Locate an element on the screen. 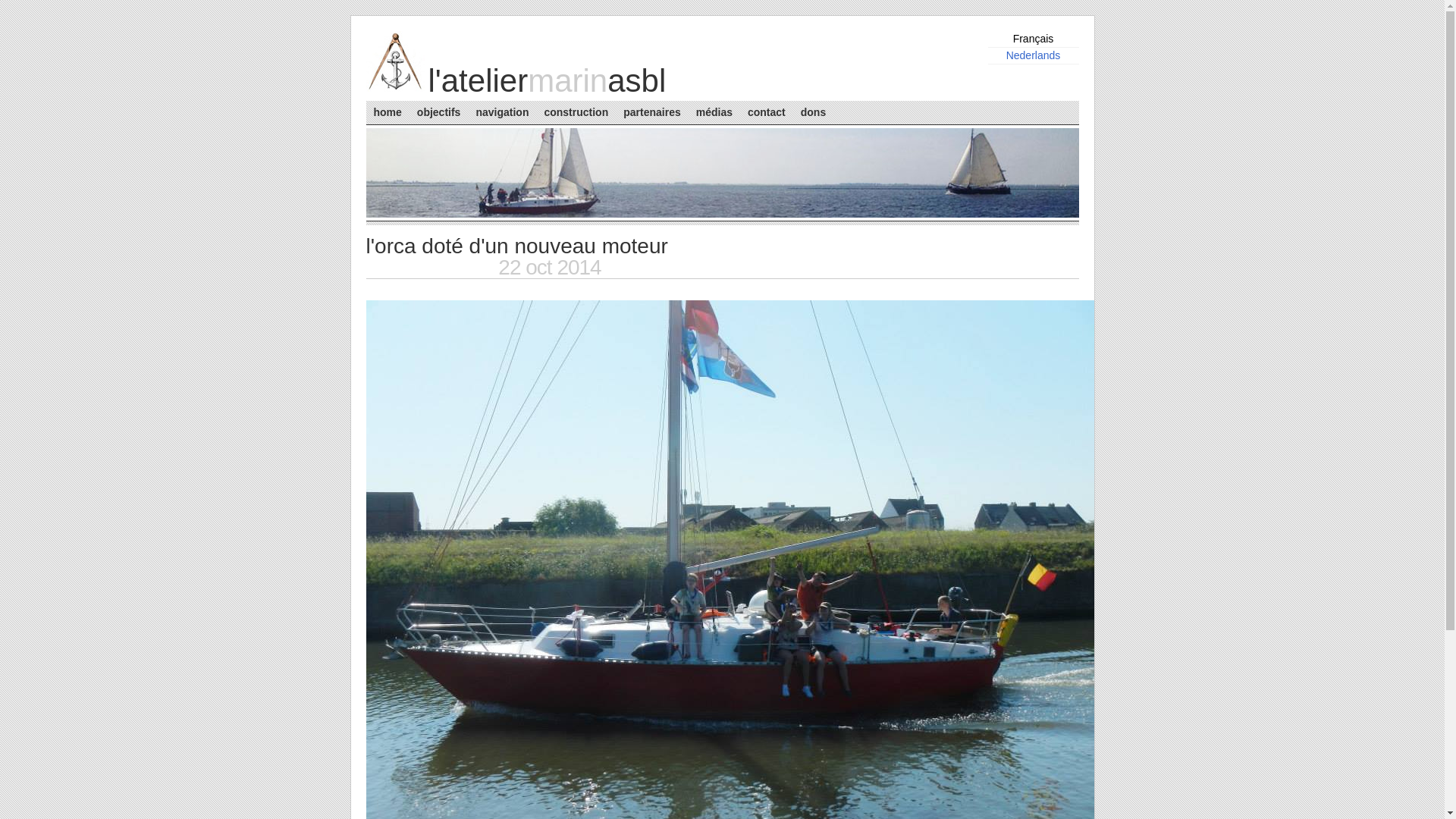 This screenshot has width=1456, height=819. 'partenaires' is located at coordinates (615, 111).